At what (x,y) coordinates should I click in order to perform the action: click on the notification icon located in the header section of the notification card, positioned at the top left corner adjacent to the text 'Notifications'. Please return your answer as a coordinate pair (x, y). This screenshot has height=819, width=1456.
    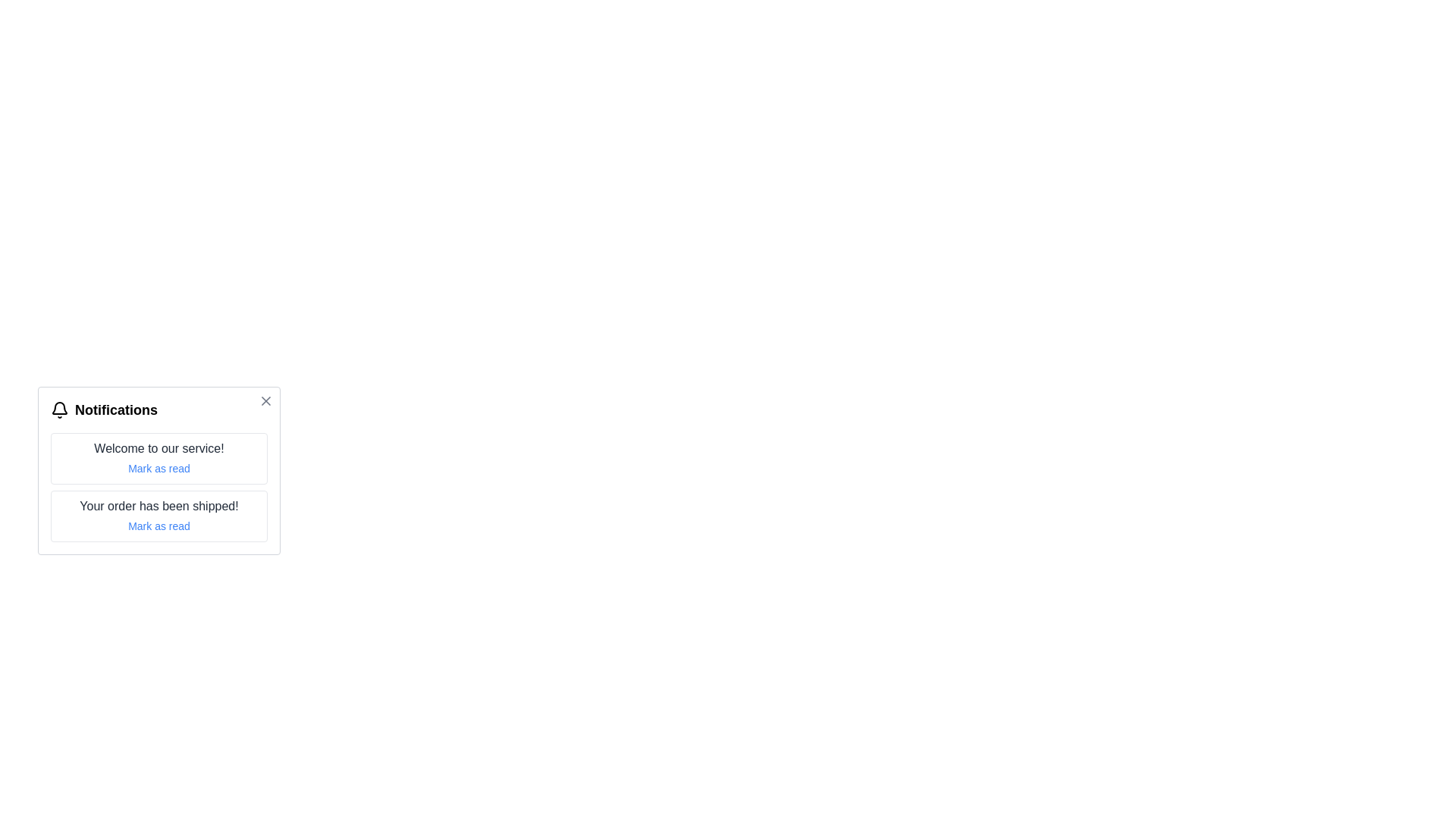
    Looking at the image, I should click on (59, 409).